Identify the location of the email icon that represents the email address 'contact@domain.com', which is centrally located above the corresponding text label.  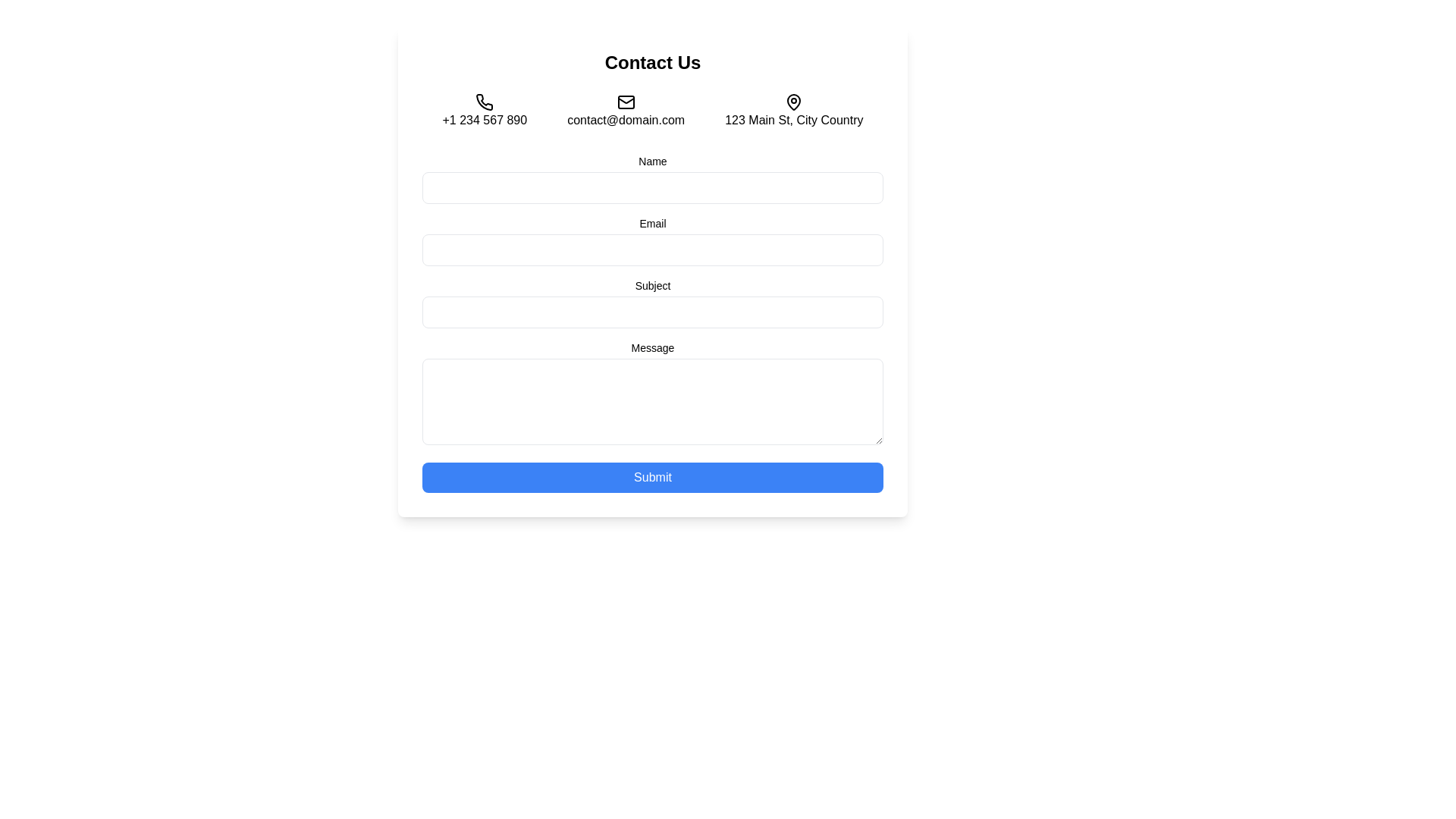
(626, 102).